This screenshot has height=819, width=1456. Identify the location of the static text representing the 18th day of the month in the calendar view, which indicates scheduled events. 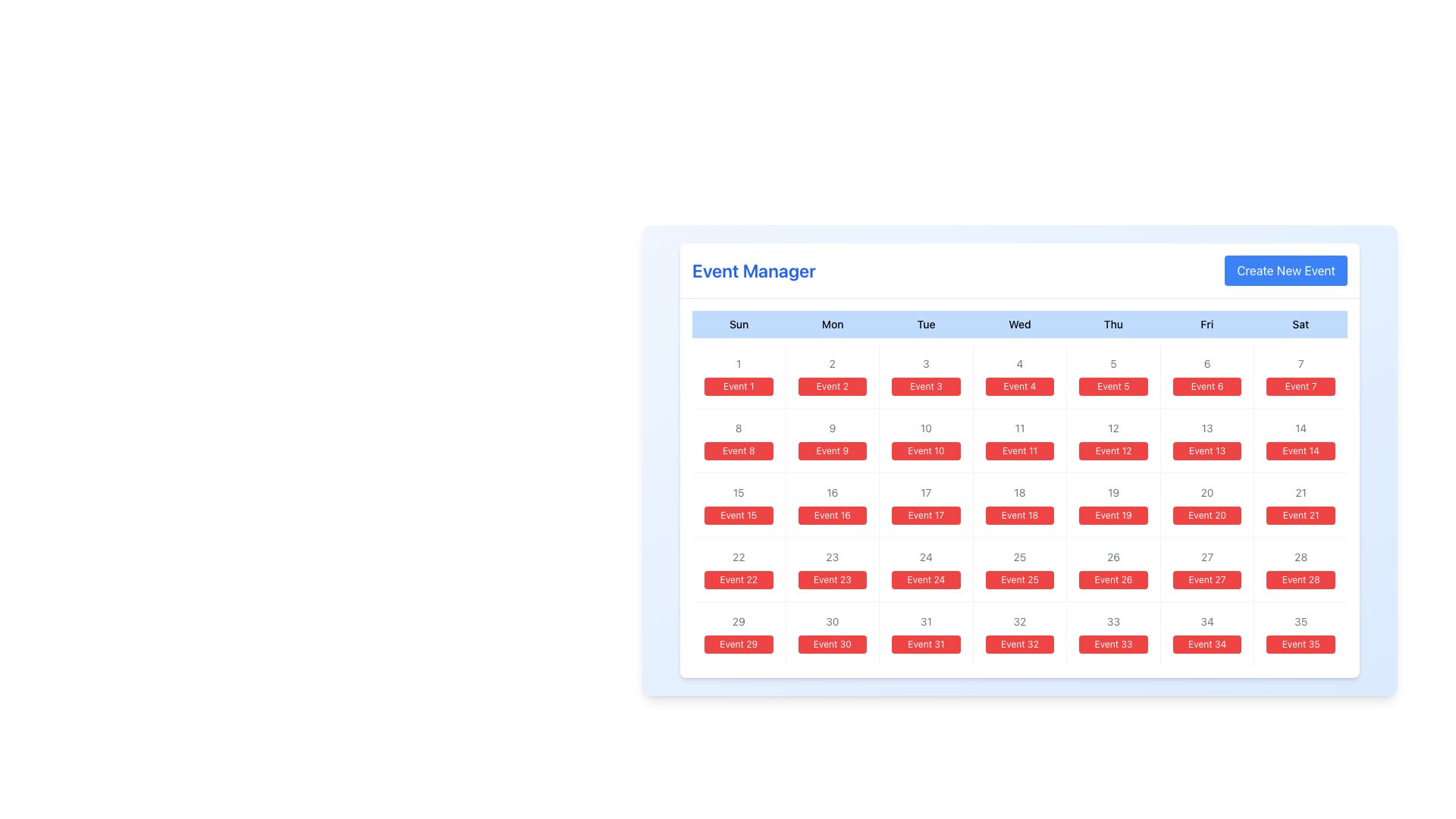
(1019, 493).